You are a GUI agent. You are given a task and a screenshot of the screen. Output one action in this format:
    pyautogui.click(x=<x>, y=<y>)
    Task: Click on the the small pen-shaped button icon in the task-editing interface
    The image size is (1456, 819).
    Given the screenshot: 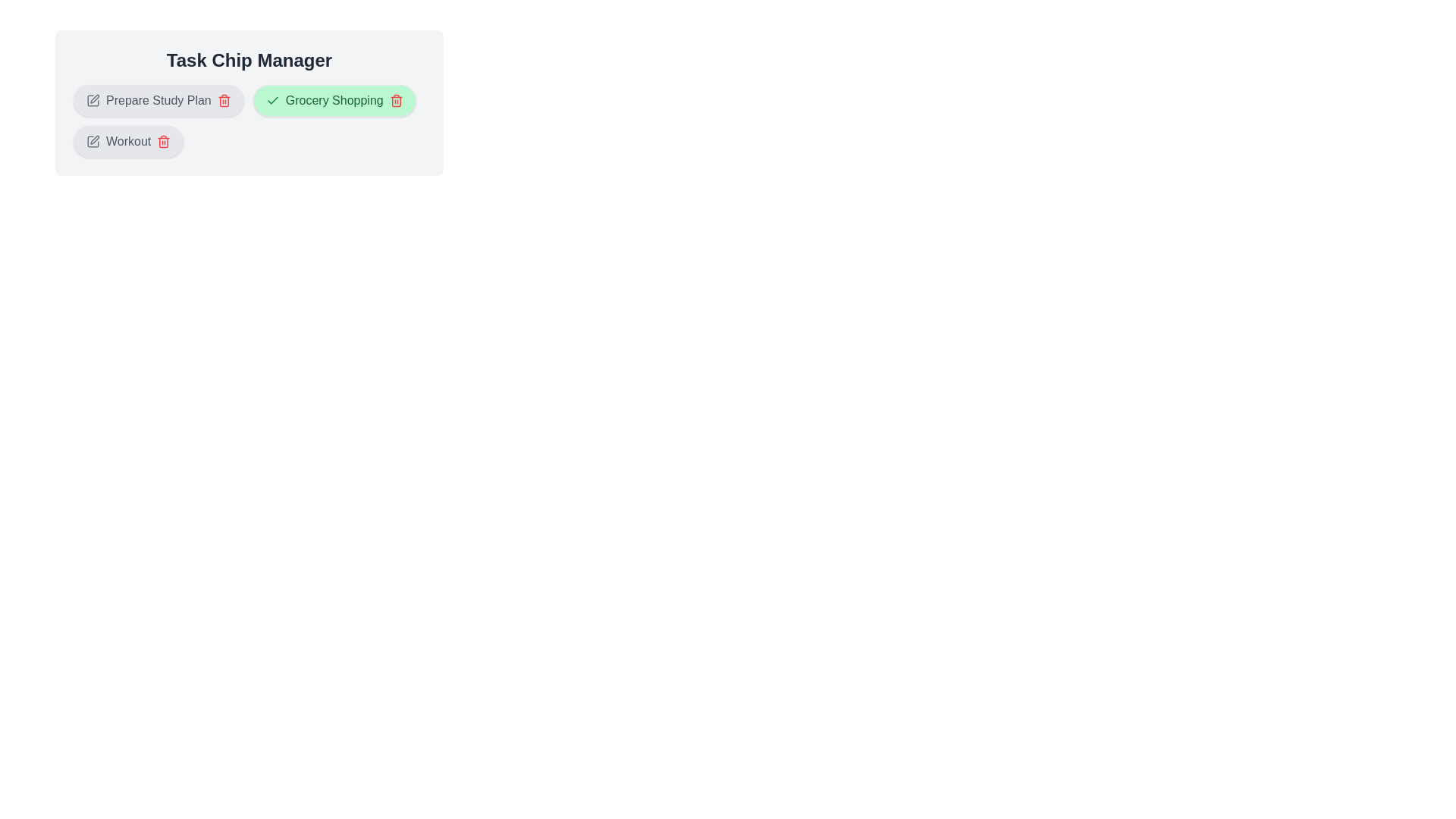 What is the action you would take?
    pyautogui.click(x=94, y=140)
    